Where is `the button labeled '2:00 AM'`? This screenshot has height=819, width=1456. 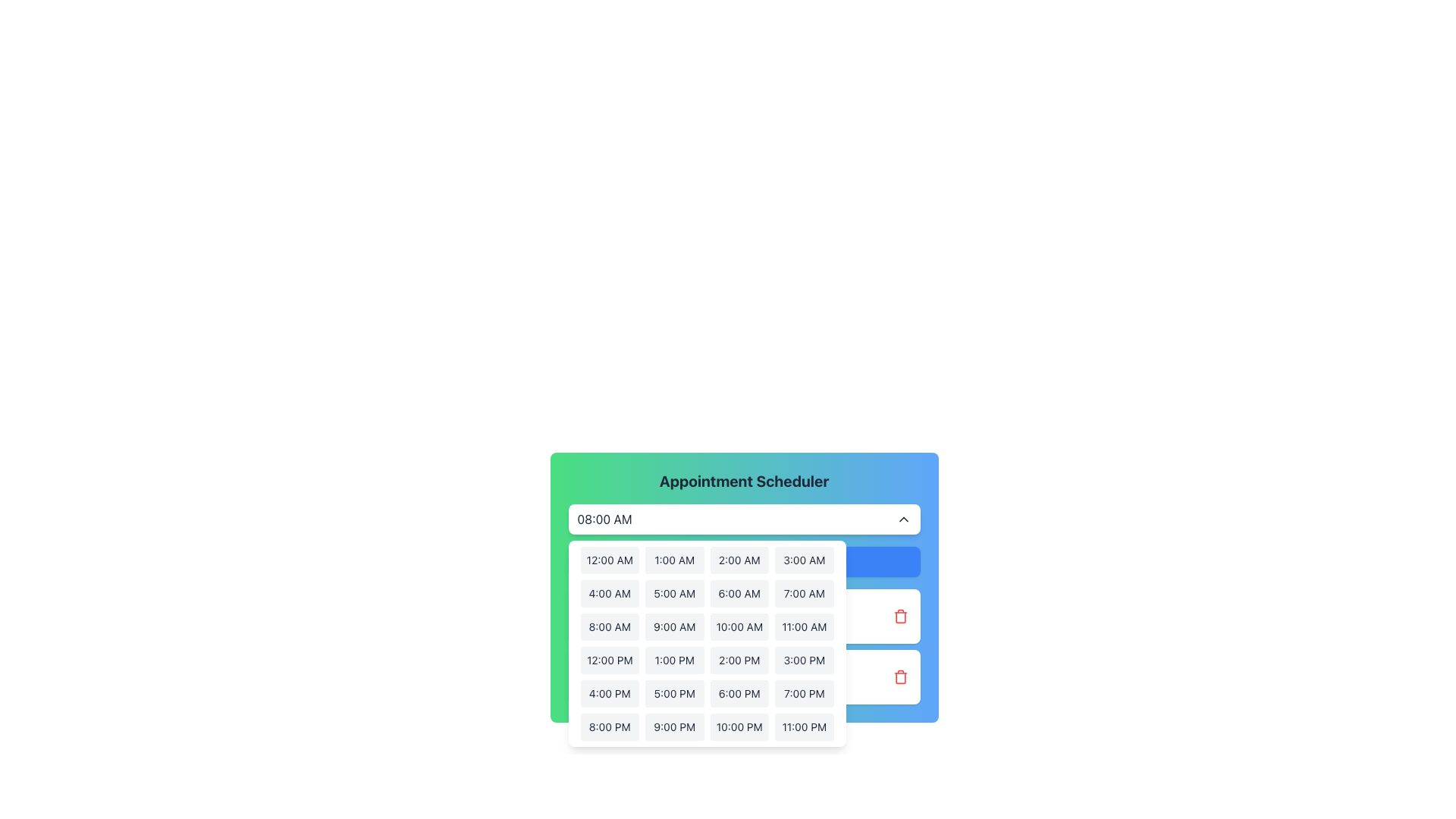
the button labeled '2:00 AM' is located at coordinates (739, 560).